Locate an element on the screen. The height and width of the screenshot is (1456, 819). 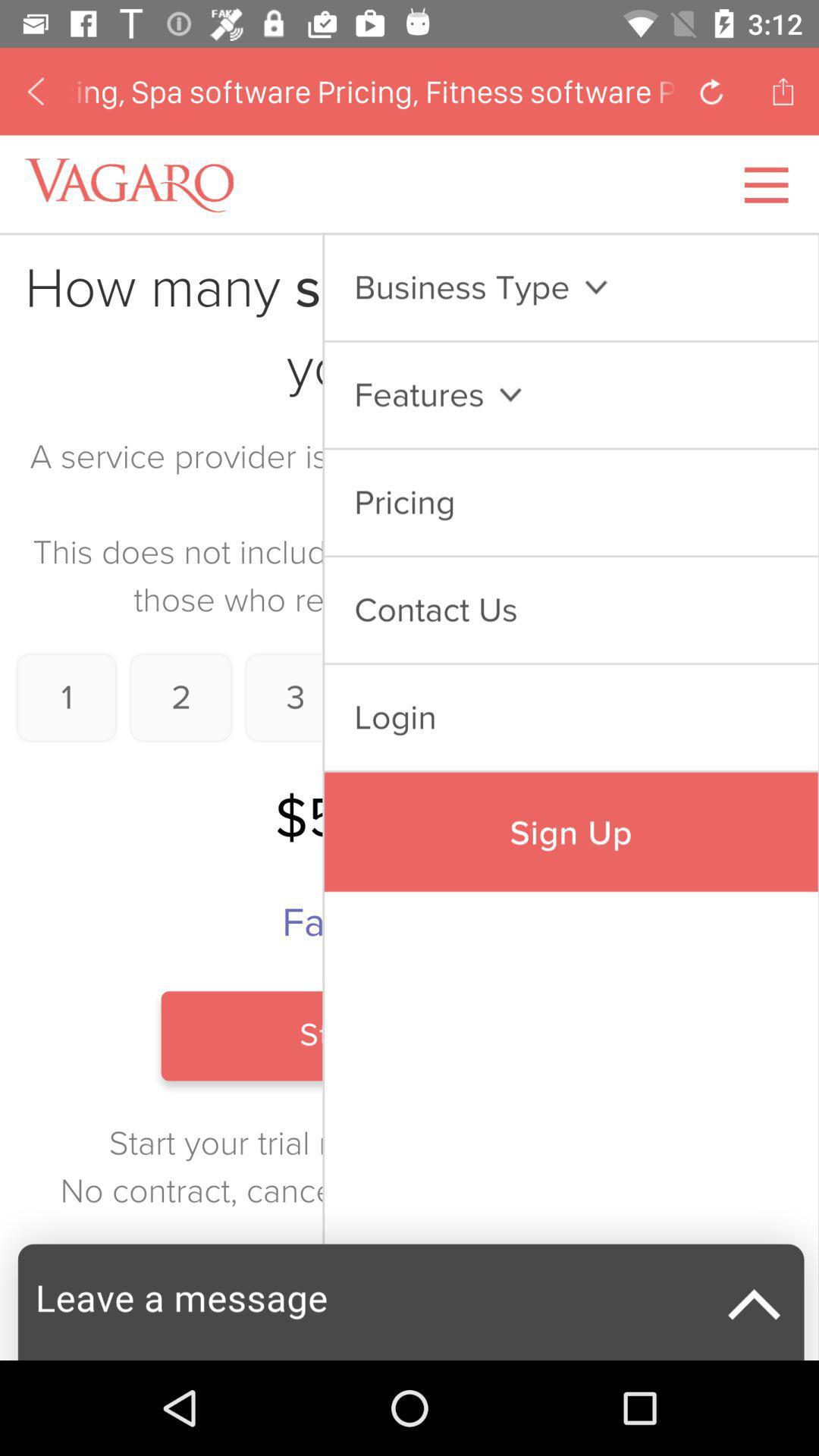
the refresh icon is located at coordinates (711, 90).